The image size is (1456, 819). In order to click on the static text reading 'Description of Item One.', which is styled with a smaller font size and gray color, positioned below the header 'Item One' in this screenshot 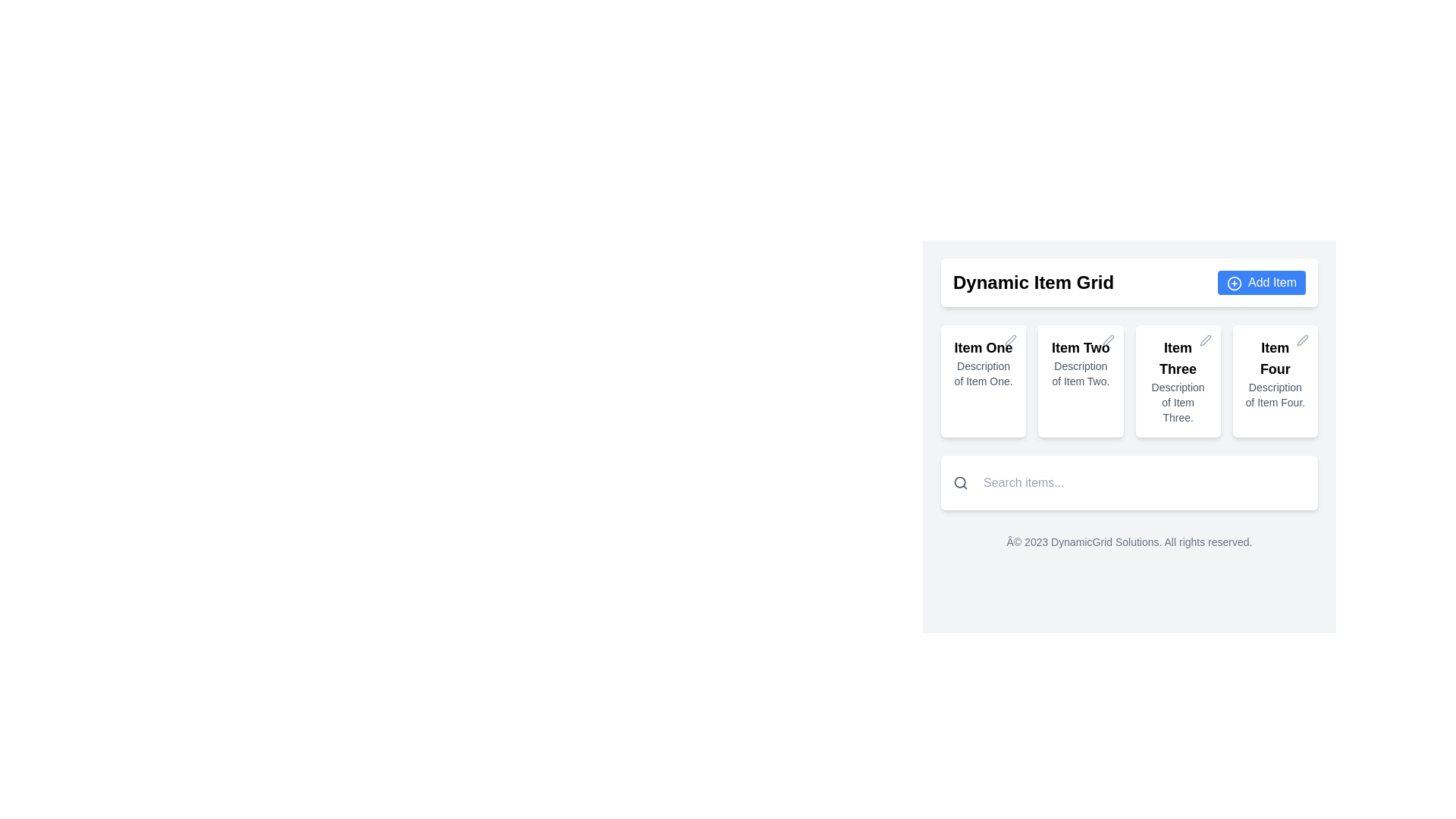, I will do `click(984, 374)`.